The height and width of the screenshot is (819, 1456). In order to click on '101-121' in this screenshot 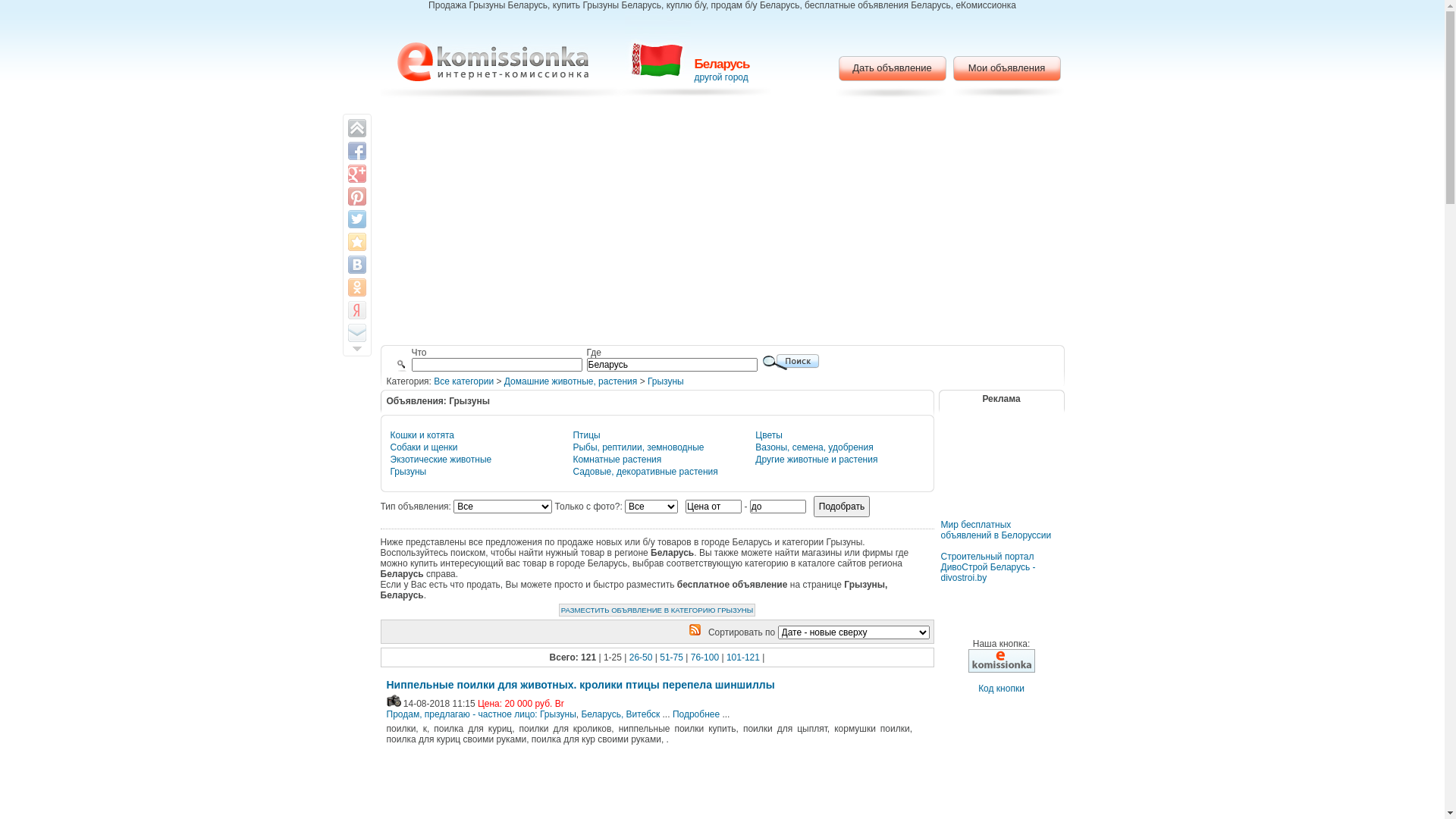, I will do `click(742, 657)`.